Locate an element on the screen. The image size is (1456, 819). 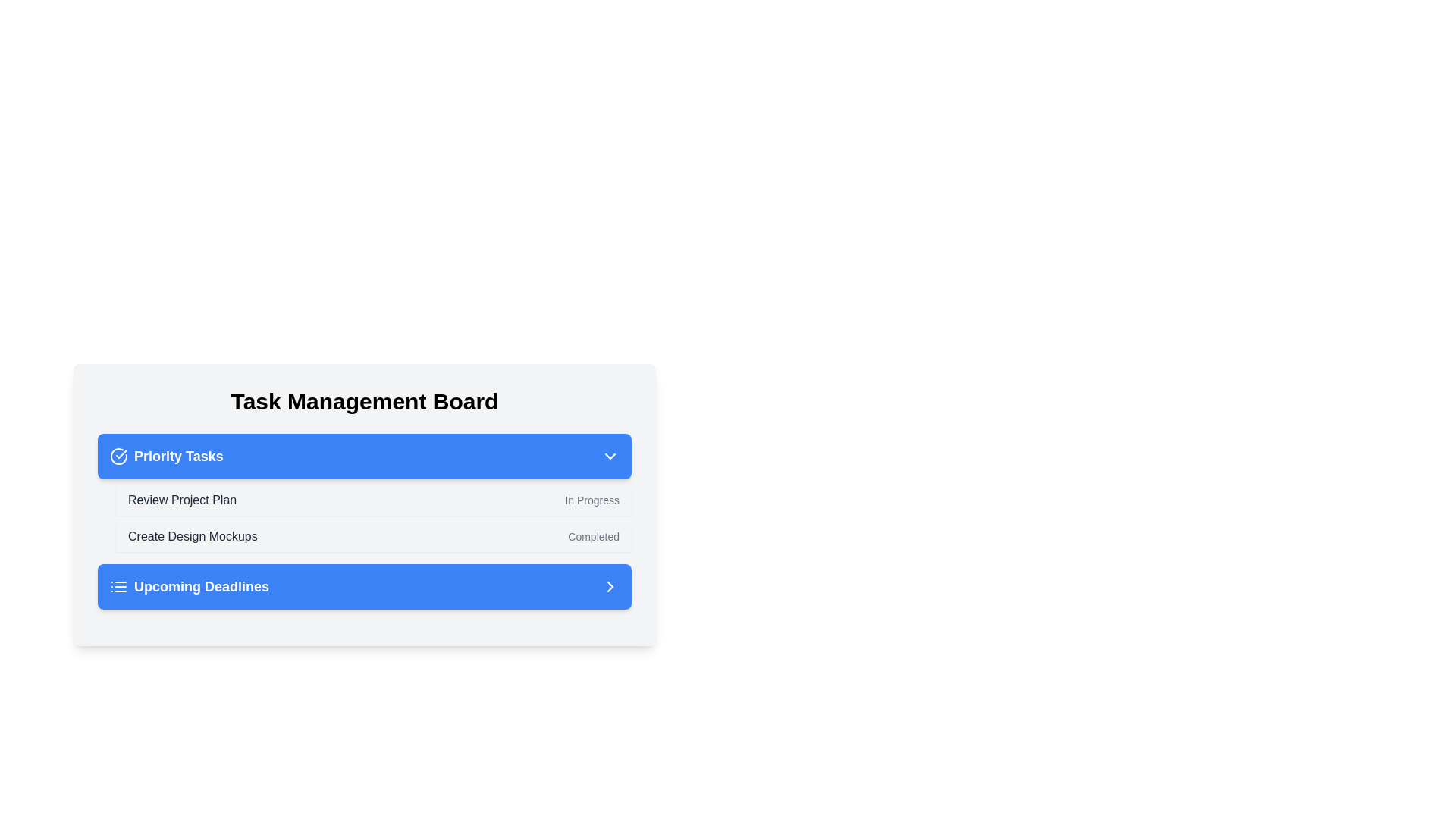
the right-pointing chevron arrow icon, which is white on a blue background, located on the far right side of the 'Upcoming Deadlines' bar in the 'Task Management Board' interface is located at coordinates (610, 586).